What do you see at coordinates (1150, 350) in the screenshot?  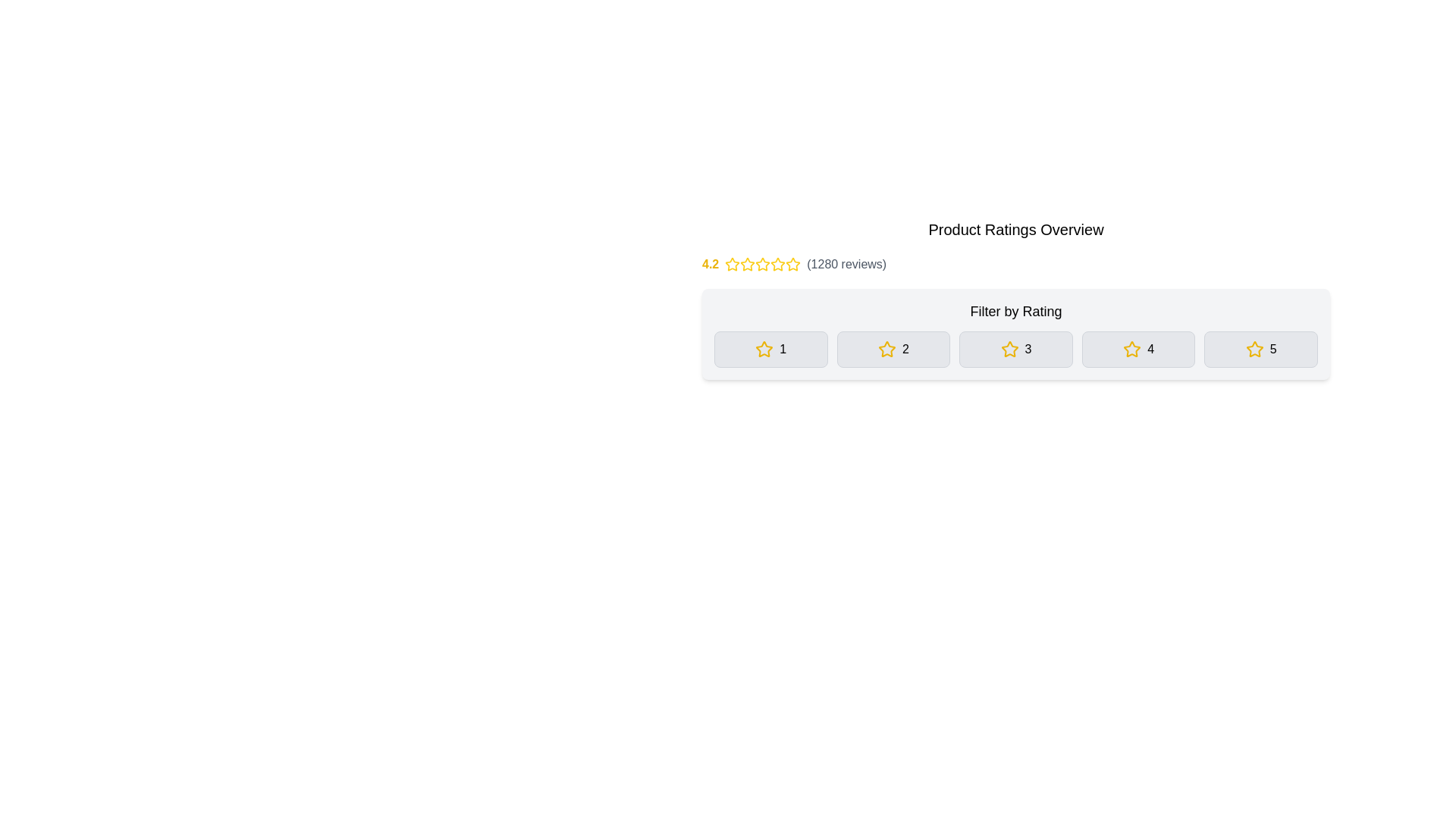 I see `the numerical portion of the fourth rating filter button, which indicates the specific rating value for filtering` at bounding box center [1150, 350].